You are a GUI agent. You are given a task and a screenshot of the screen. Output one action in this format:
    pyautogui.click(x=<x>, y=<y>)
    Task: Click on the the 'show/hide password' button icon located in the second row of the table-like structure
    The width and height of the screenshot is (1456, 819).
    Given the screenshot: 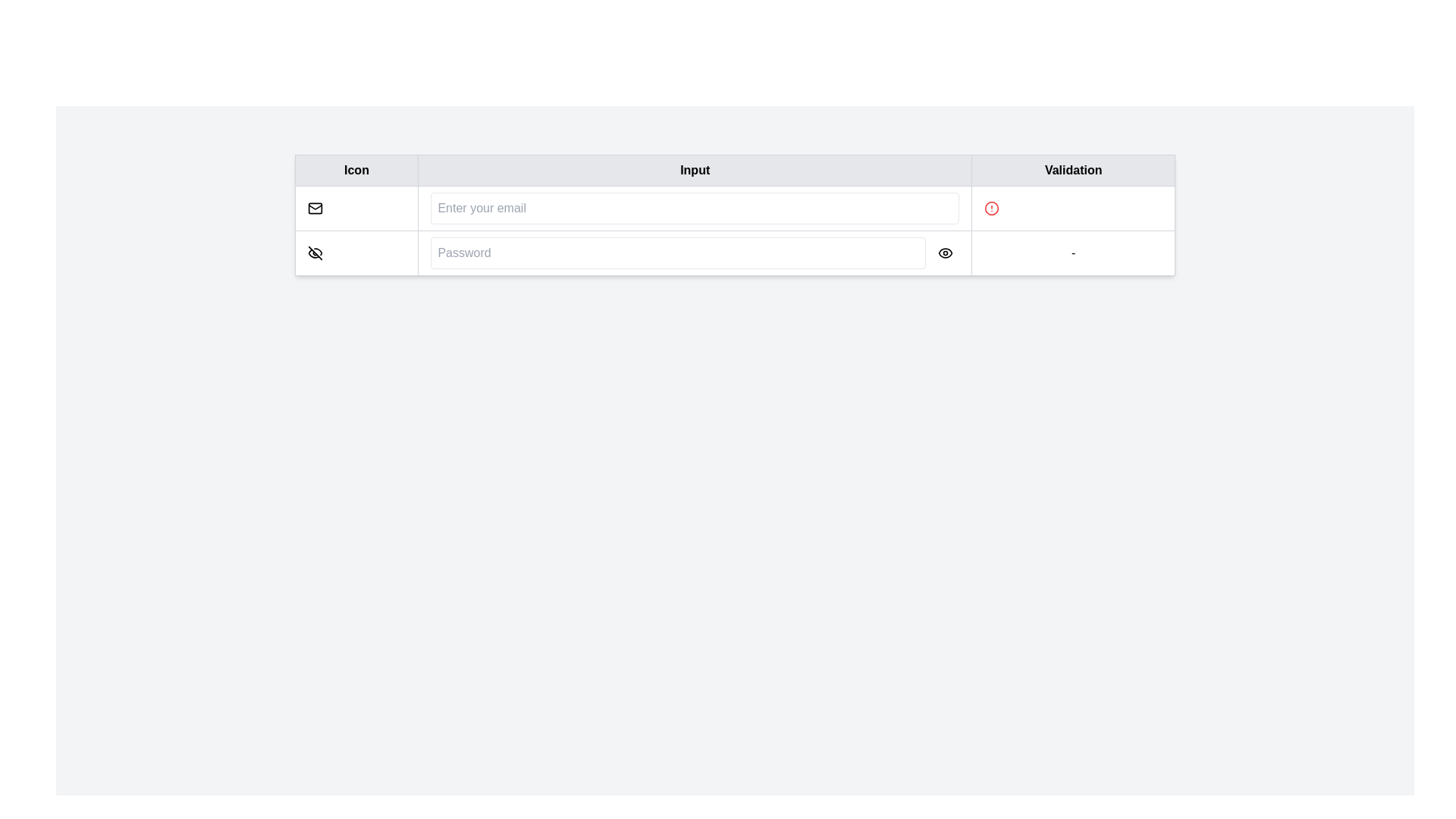 What is the action you would take?
    pyautogui.click(x=945, y=253)
    